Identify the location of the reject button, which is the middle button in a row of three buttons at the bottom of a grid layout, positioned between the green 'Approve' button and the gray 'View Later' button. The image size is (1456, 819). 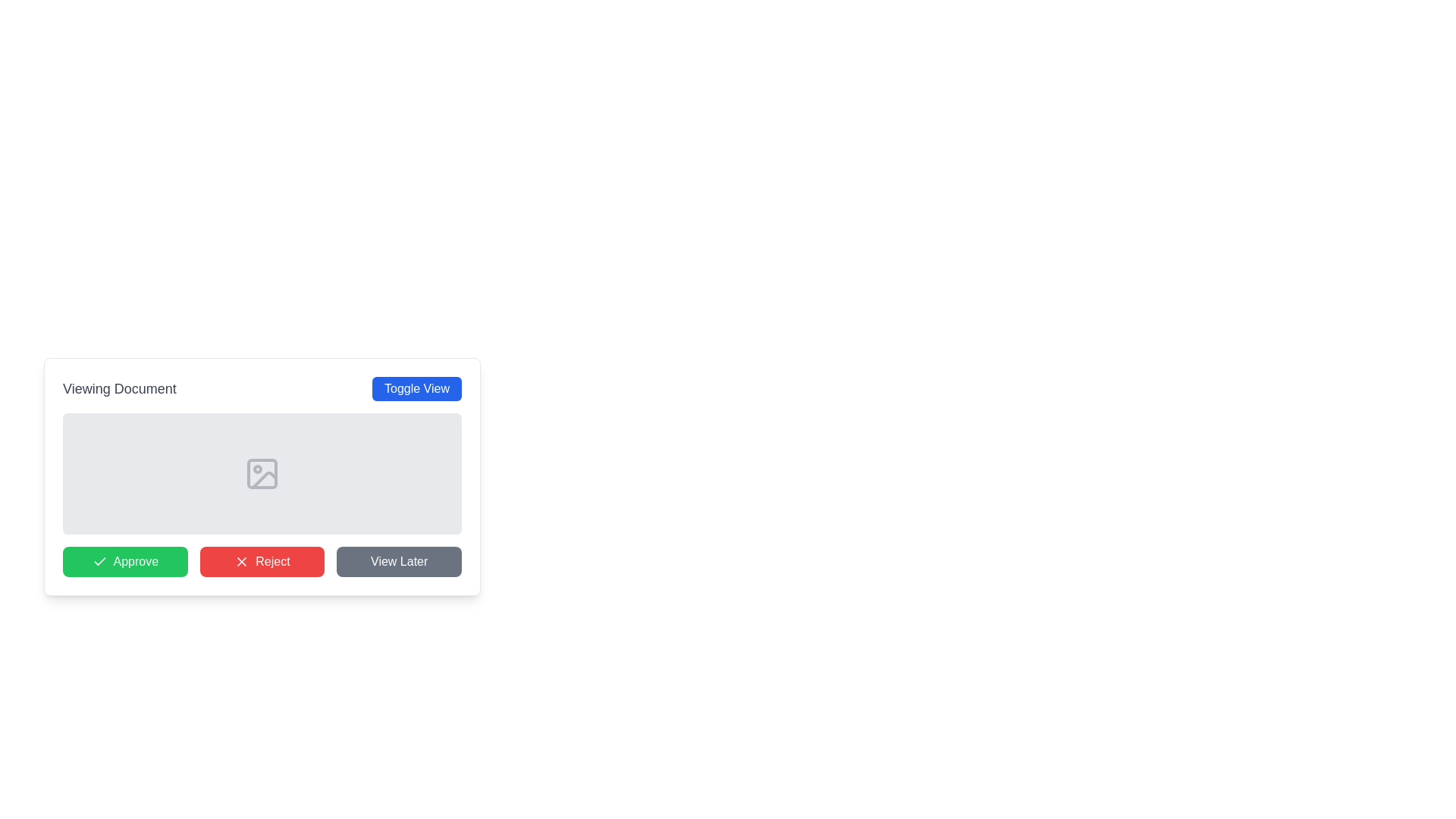
(262, 561).